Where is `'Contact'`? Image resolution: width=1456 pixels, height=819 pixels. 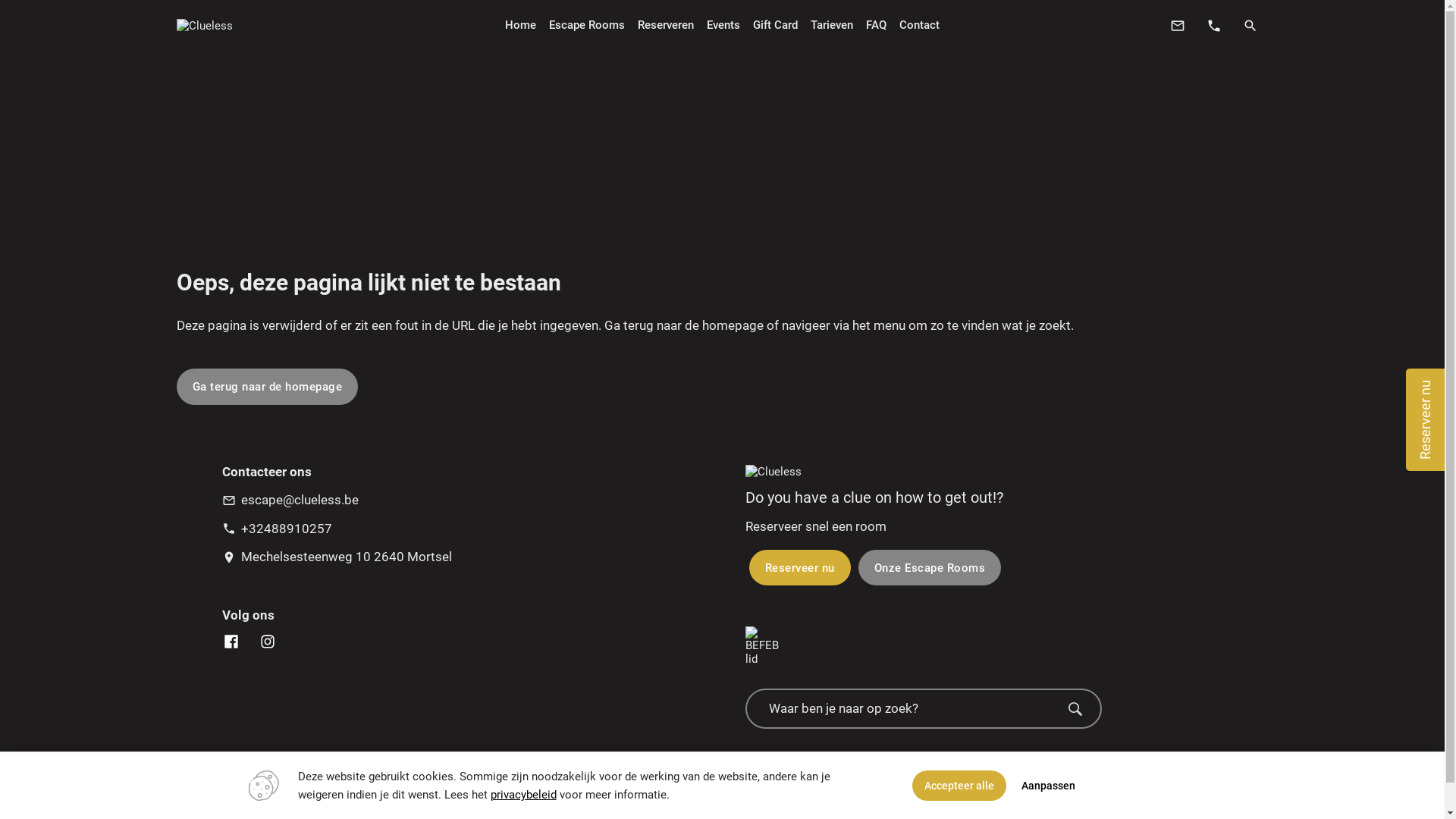 'Contact' is located at coordinates (919, 24).